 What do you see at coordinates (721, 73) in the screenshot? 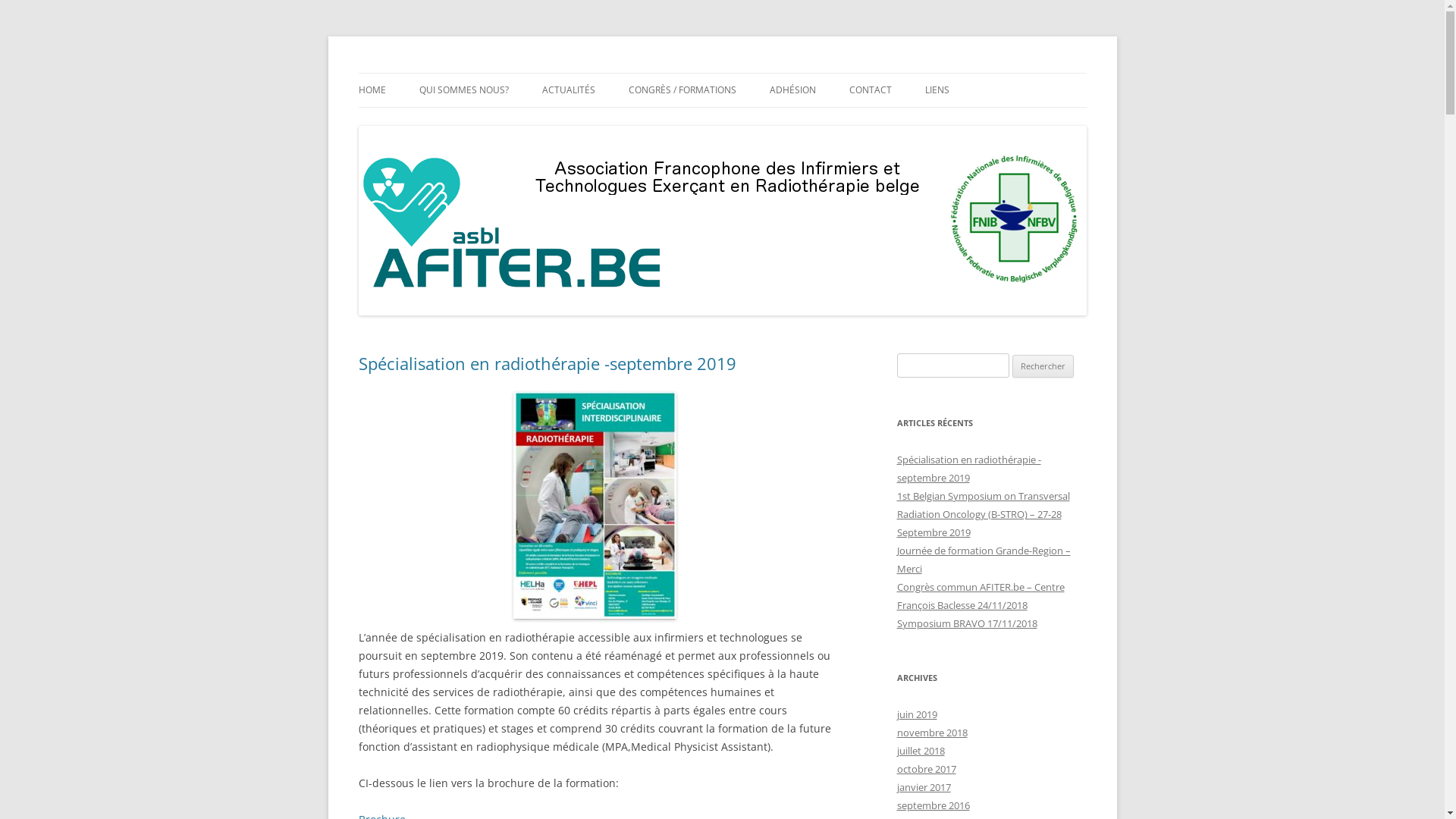
I see `'Aller au contenu'` at bounding box center [721, 73].